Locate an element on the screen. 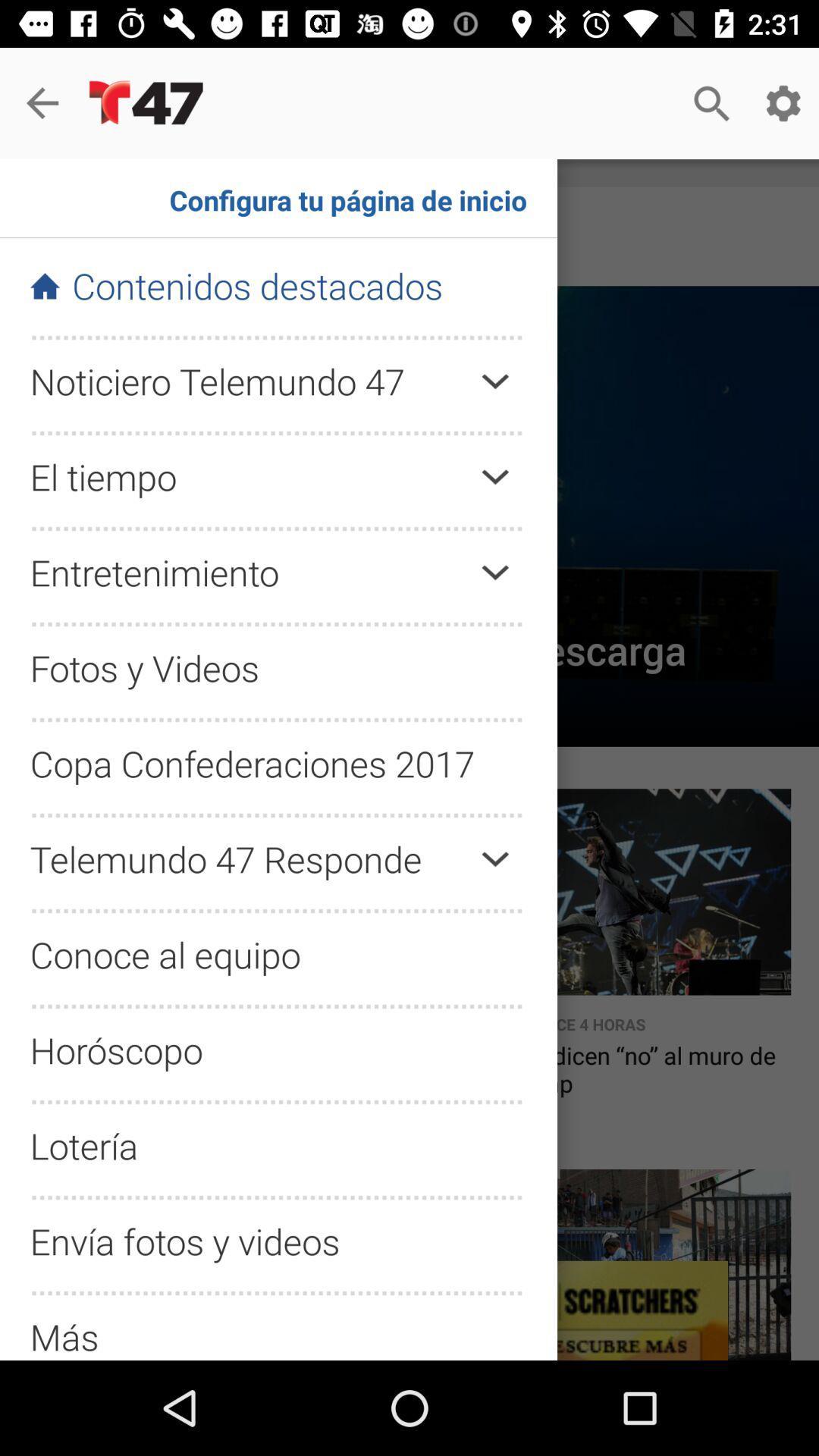  third drop down in web page is located at coordinates (494, 572).